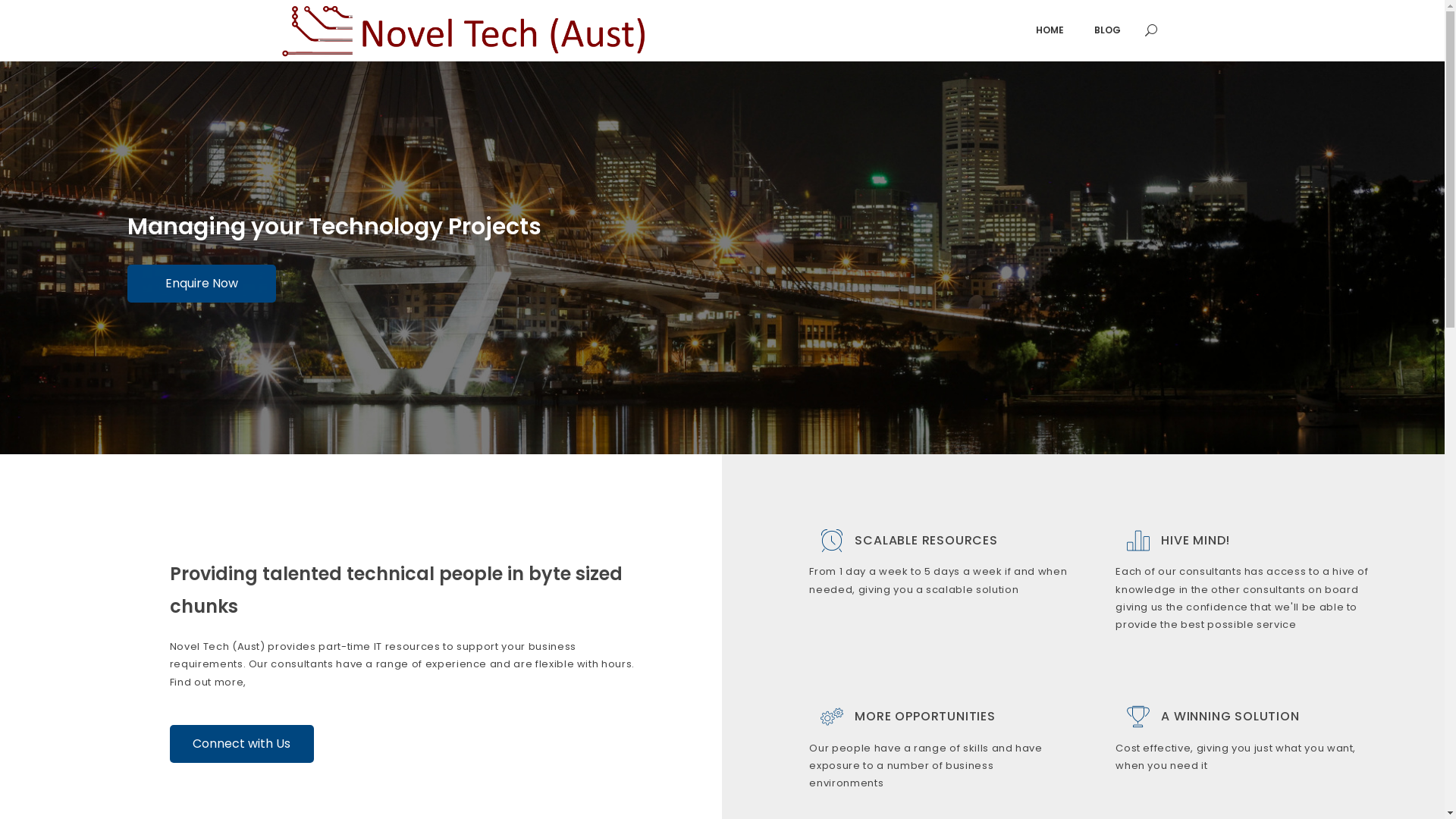 The height and width of the screenshot is (819, 1456). What do you see at coordinates (1106, 30) in the screenshot?
I see `'BLOG'` at bounding box center [1106, 30].